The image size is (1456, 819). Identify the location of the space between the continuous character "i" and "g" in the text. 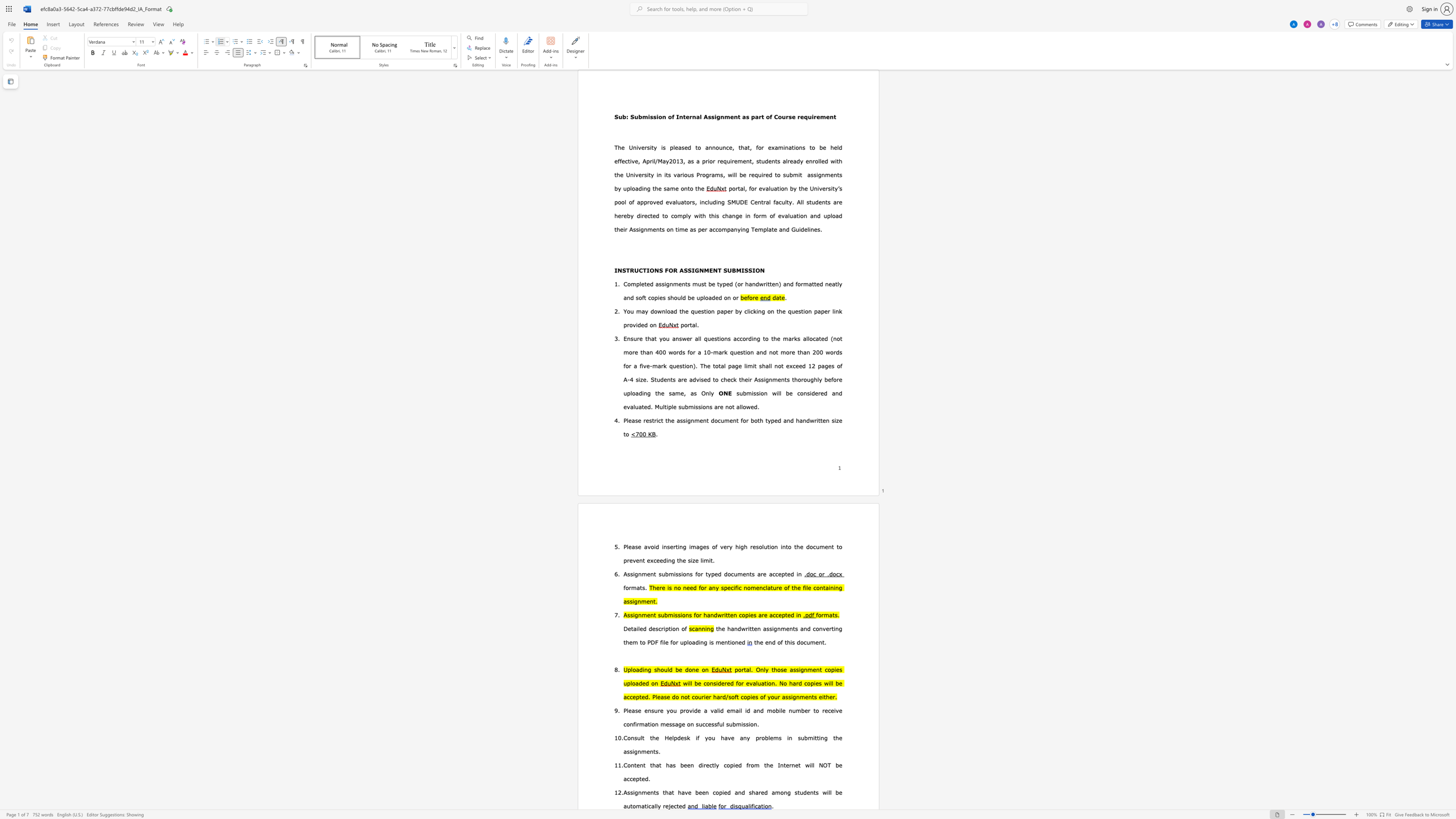
(635, 792).